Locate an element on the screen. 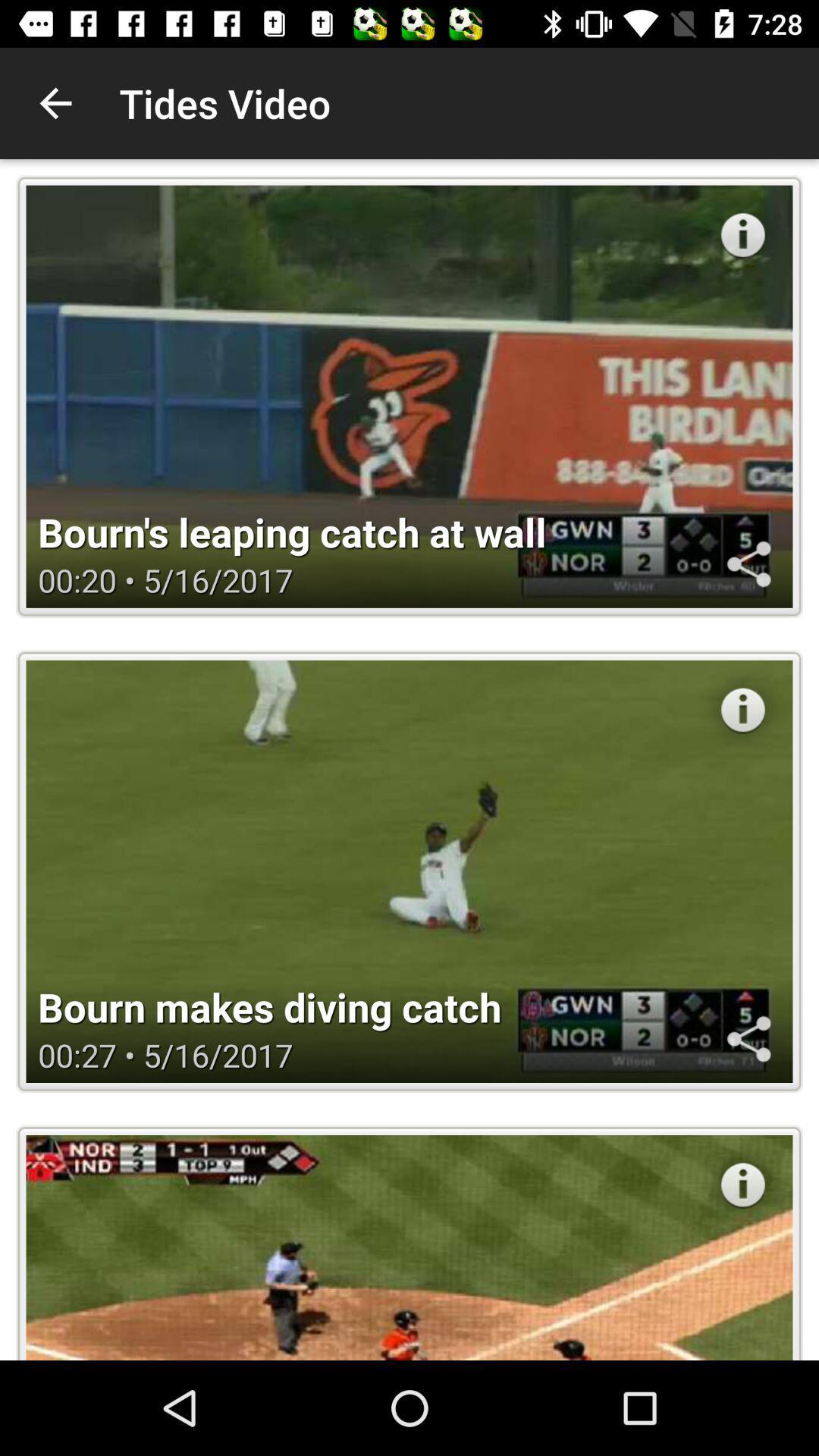 Image resolution: width=819 pixels, height=1456 pixels. more info is located at coordinates (742, 1184).